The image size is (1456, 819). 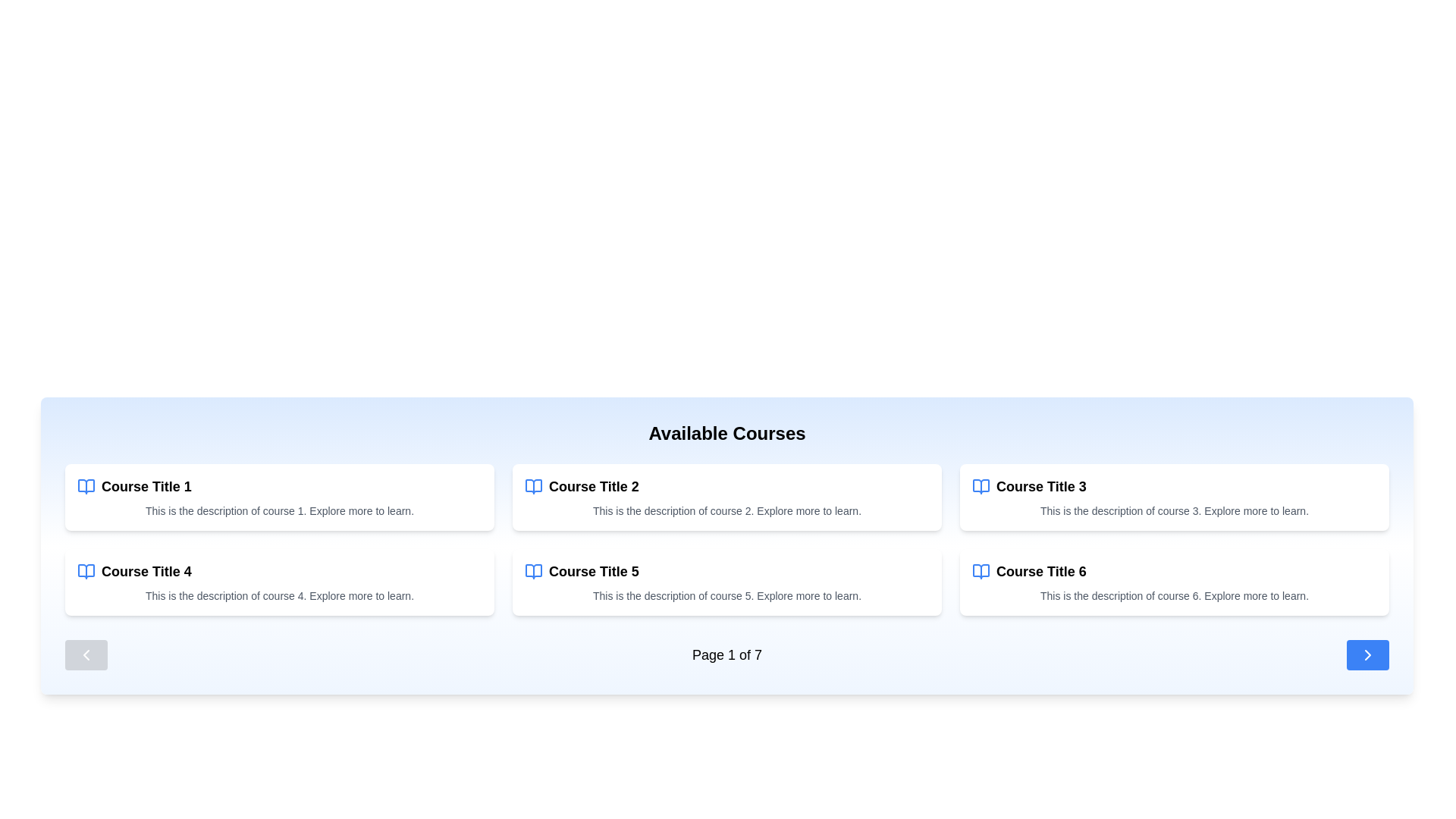 What do you see at coordinates (534, 486) in the screenshot?
I see `the course icon representing 'Course Title 2'` at bounding box center [534, 486].